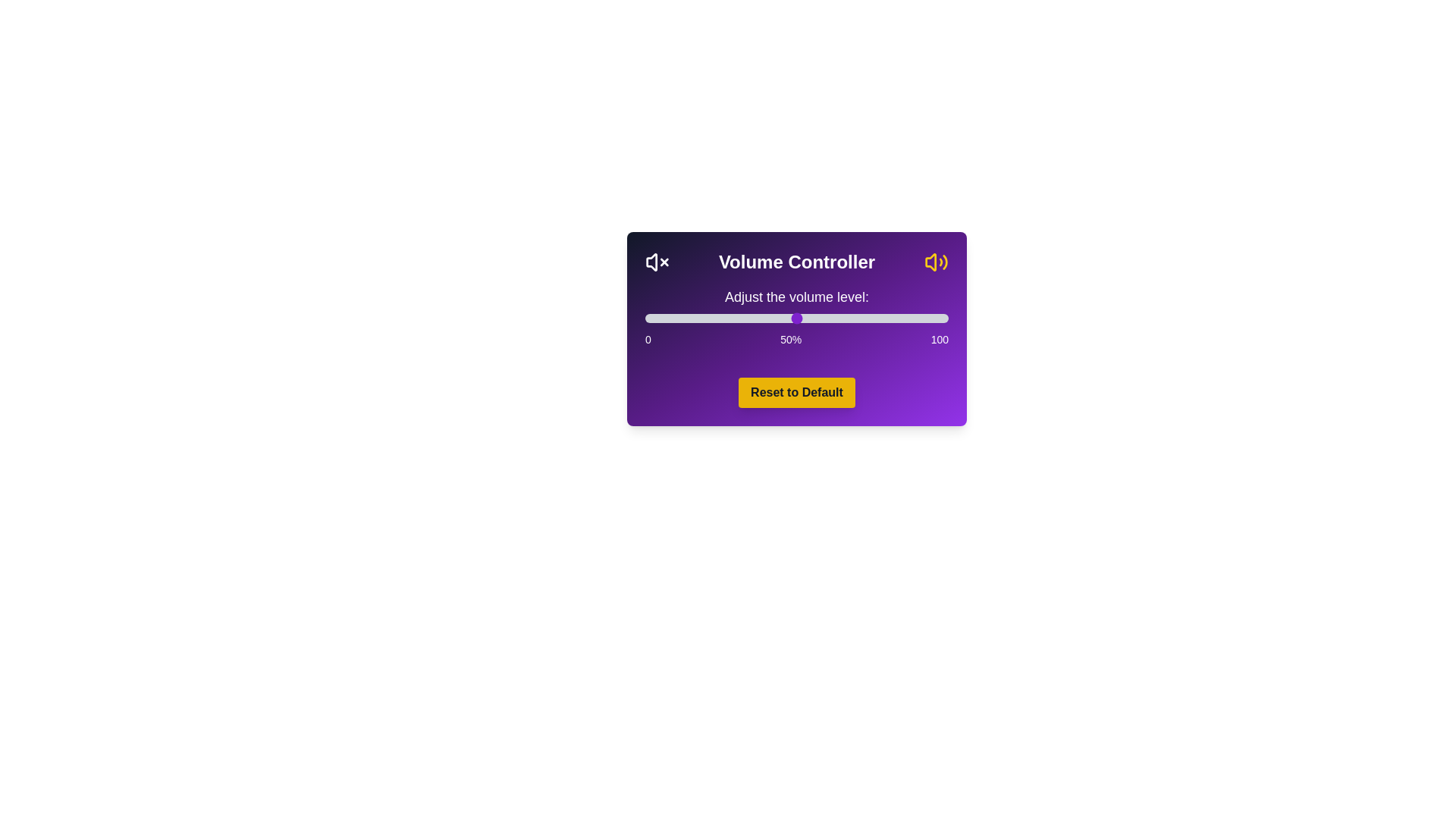 The height and width of the screenshot is (819, 1456). Describe the element at coordinates (945, 318) in the screenshot. I see `the volume slider to set the volume to 99%` at that location.